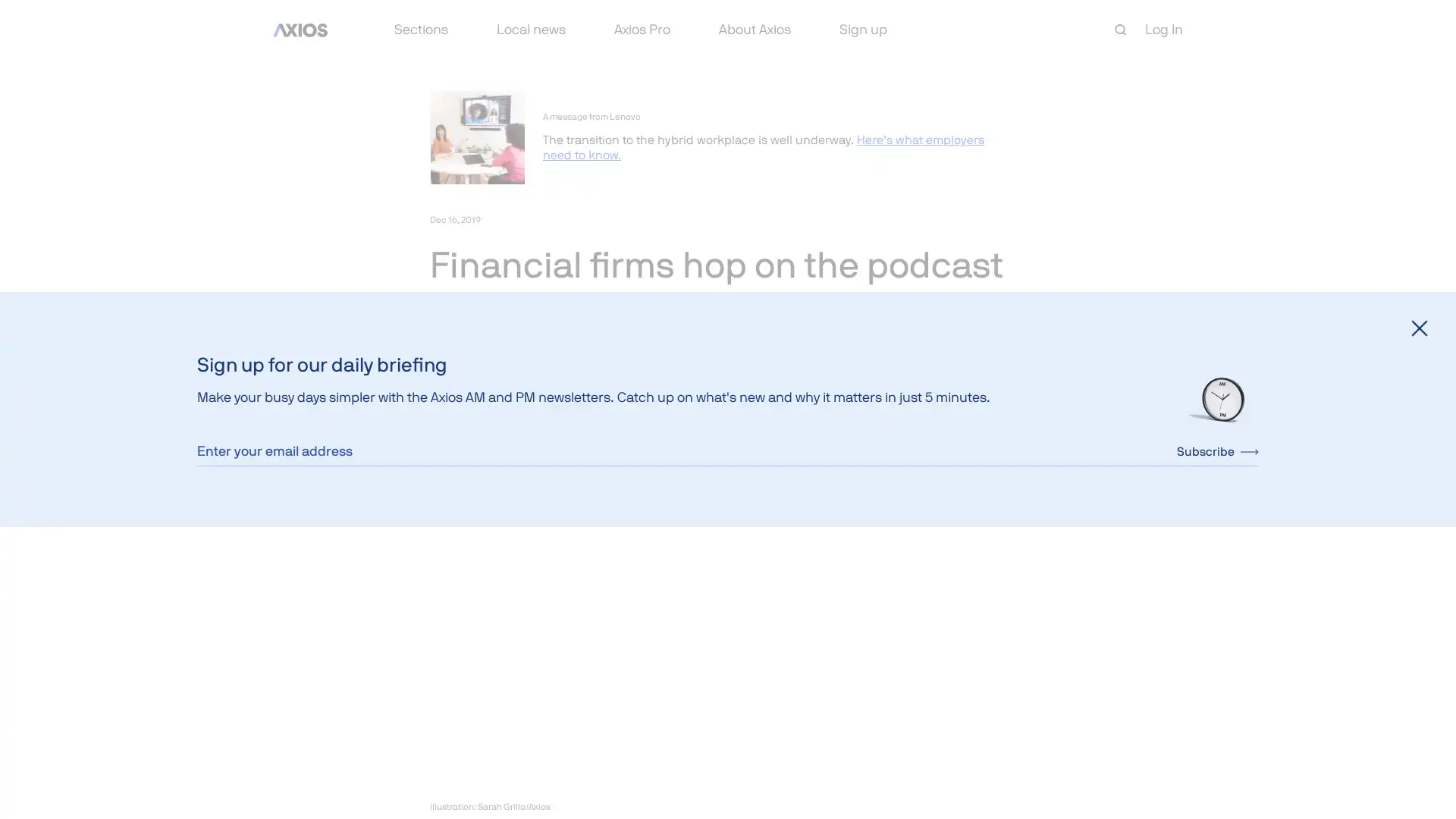  What do you see at coordinates (1121, 30) in the screenshot?
I see `open search` at bounding box center [1121, 30].